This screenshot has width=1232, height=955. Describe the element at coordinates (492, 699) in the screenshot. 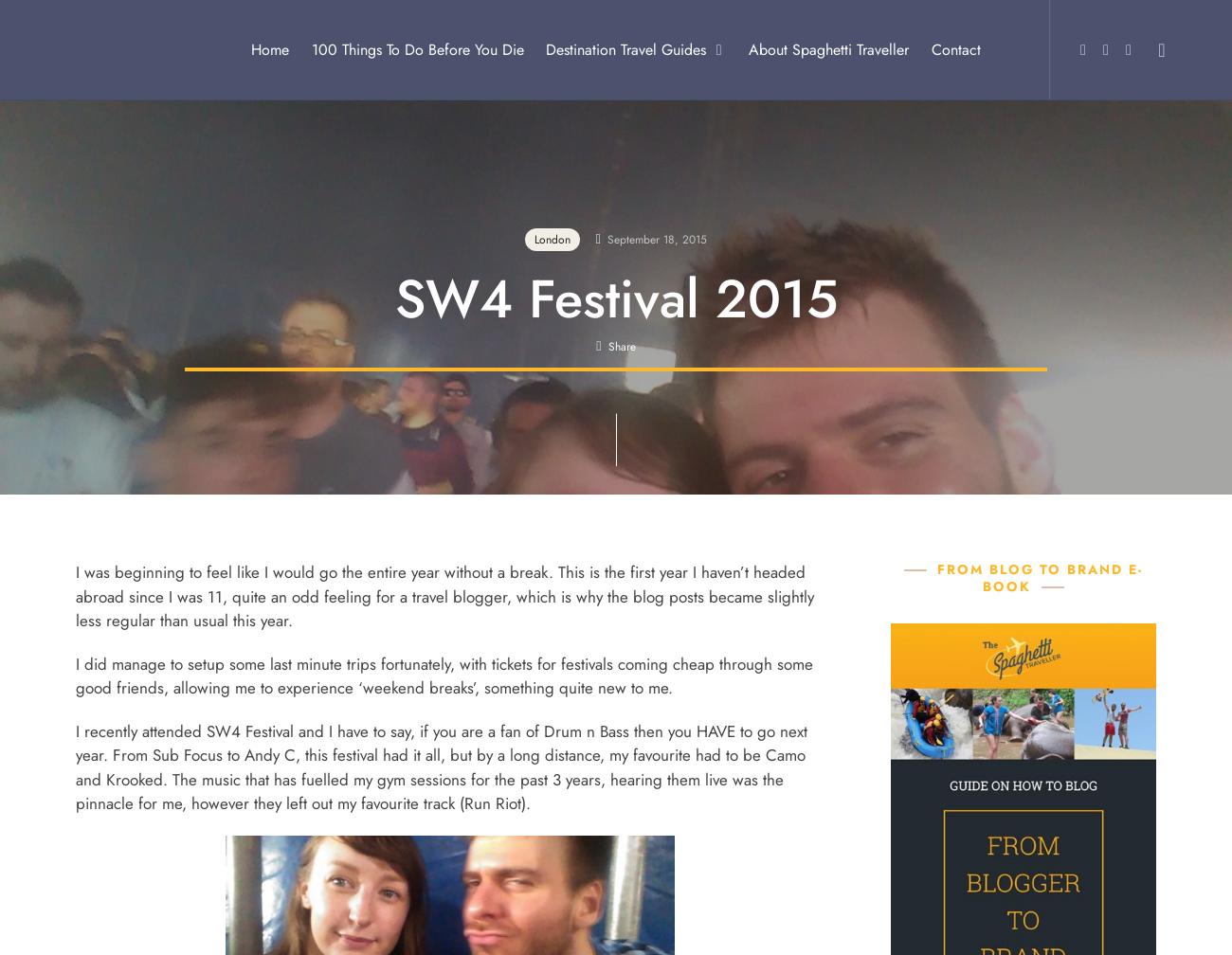

I see `'Egypt'` at that location.